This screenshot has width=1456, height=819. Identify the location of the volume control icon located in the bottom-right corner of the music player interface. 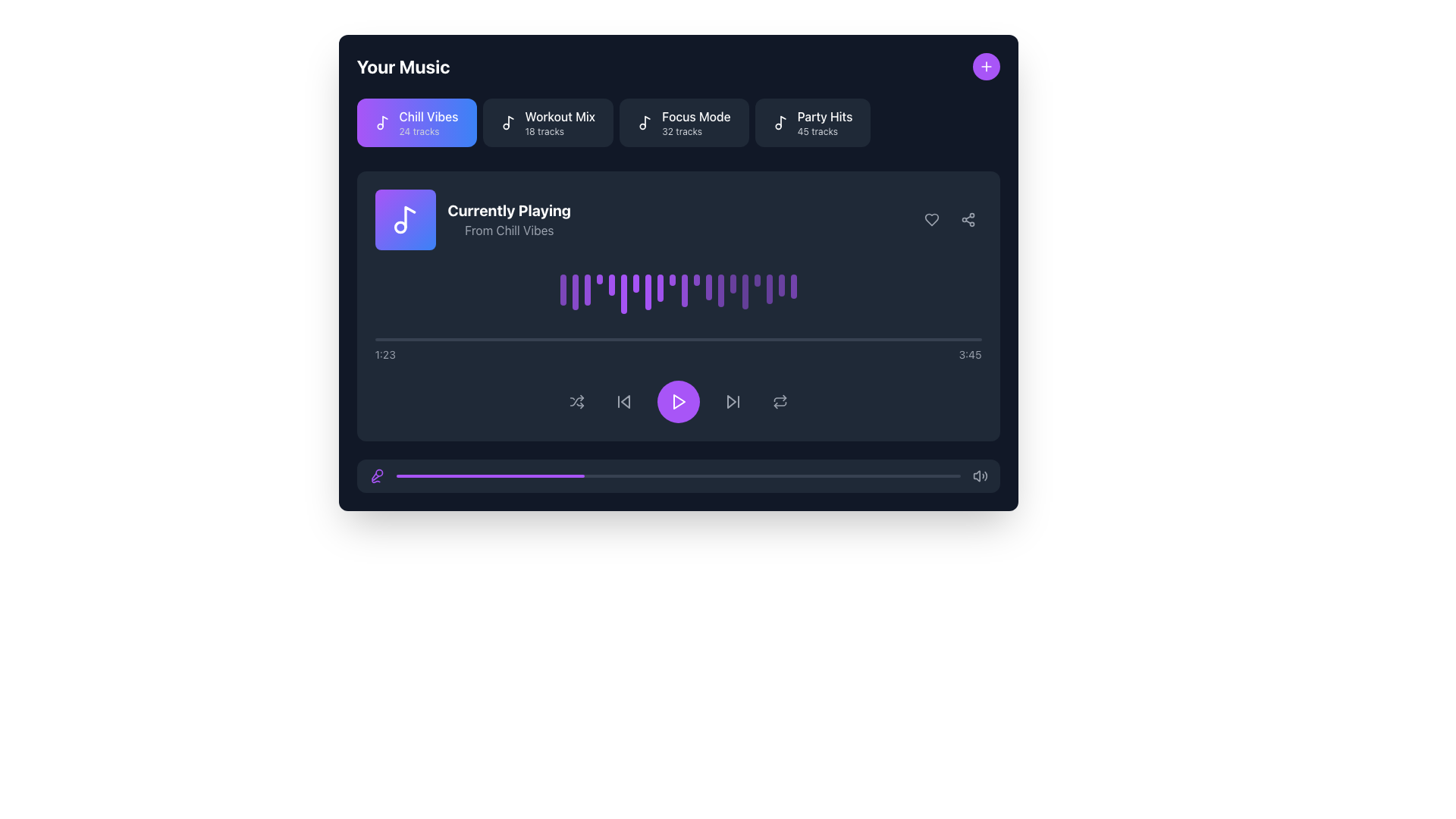
(980, 475).